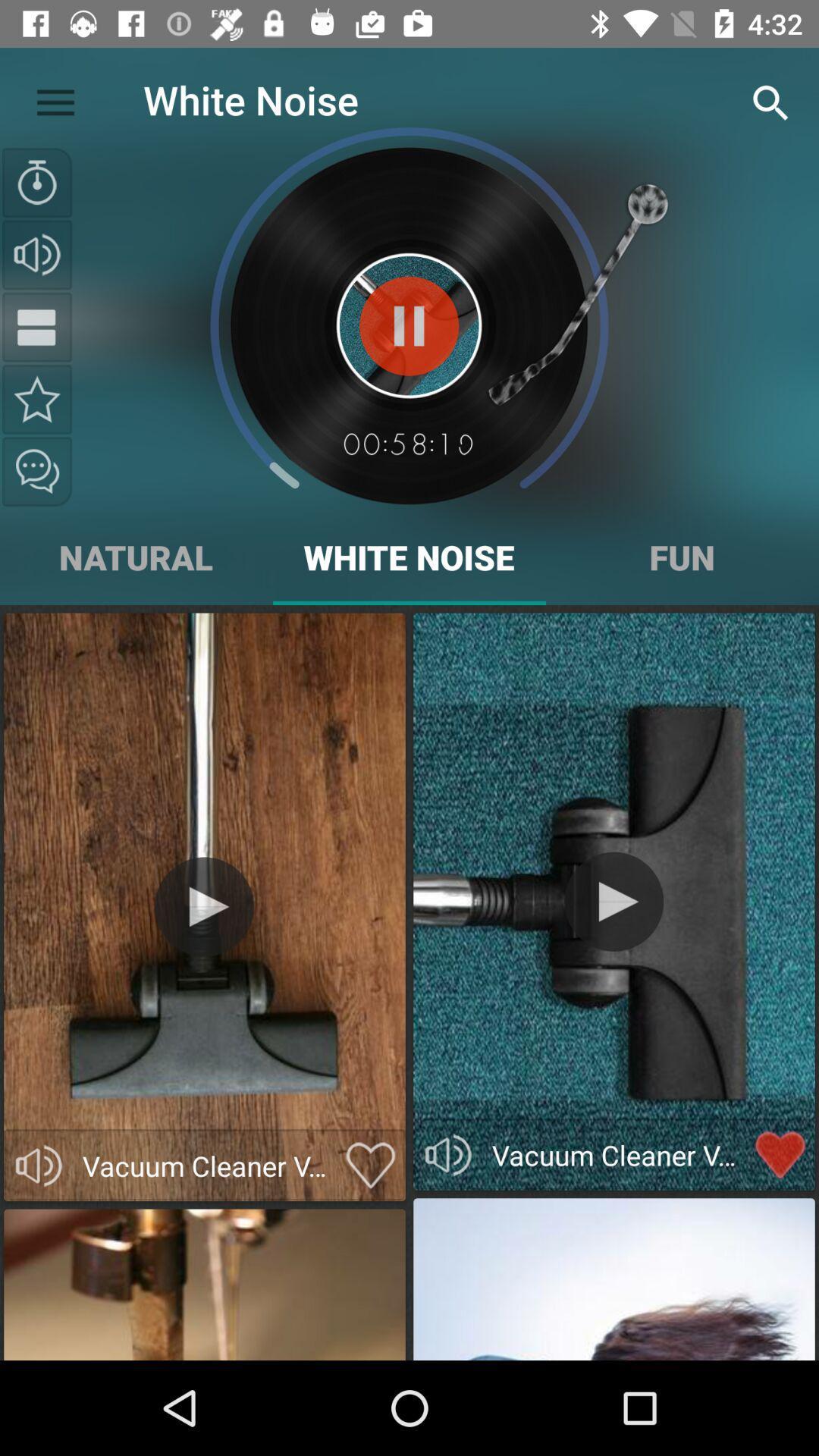  What do you see at coordinates (55, 99) in the screenshot?
I see `the app to the left of white noise app` at bounding box center [55, 99].